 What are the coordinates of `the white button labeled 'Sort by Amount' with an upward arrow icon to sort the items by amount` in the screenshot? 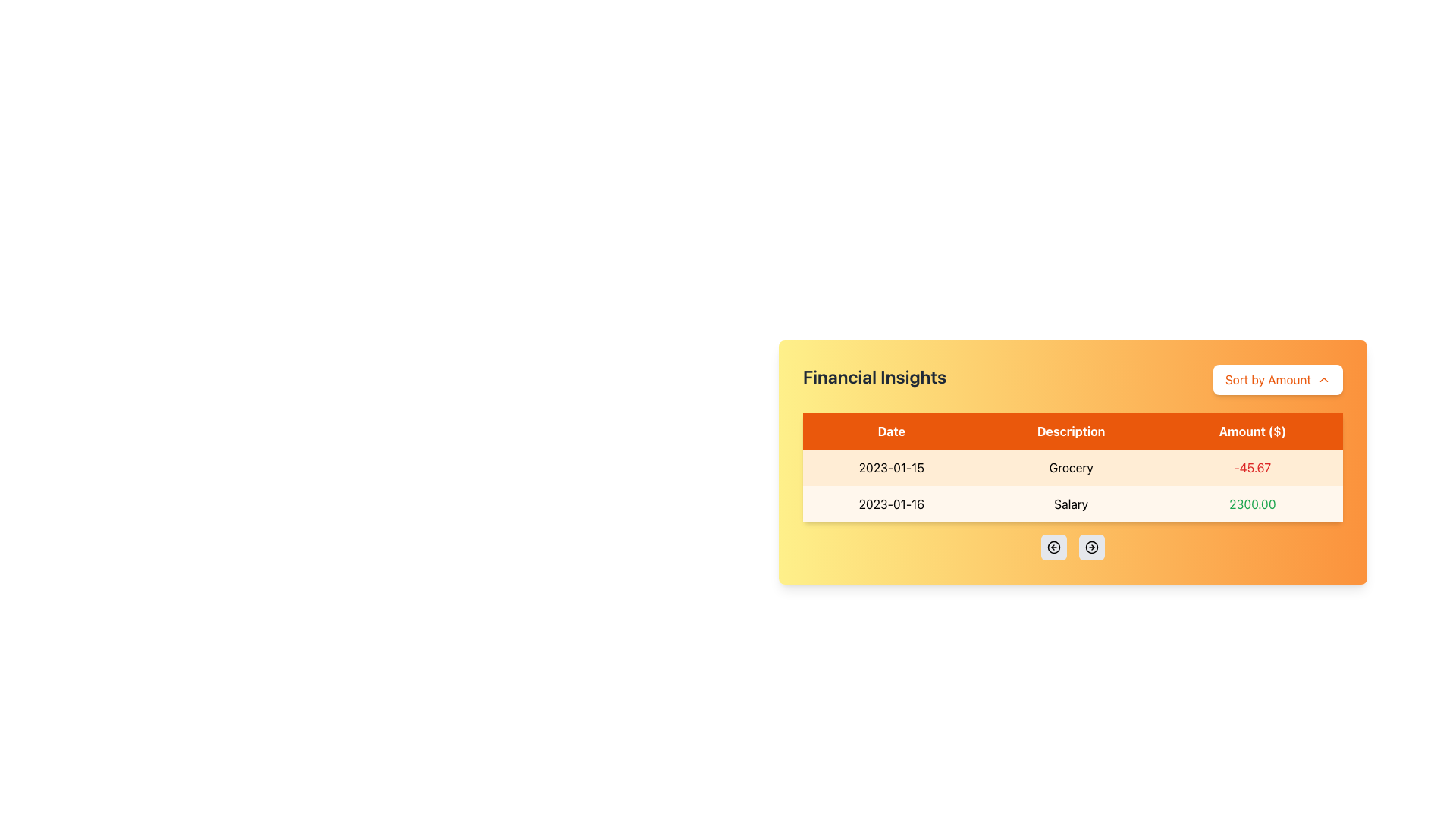 It's located at (1277, 379).